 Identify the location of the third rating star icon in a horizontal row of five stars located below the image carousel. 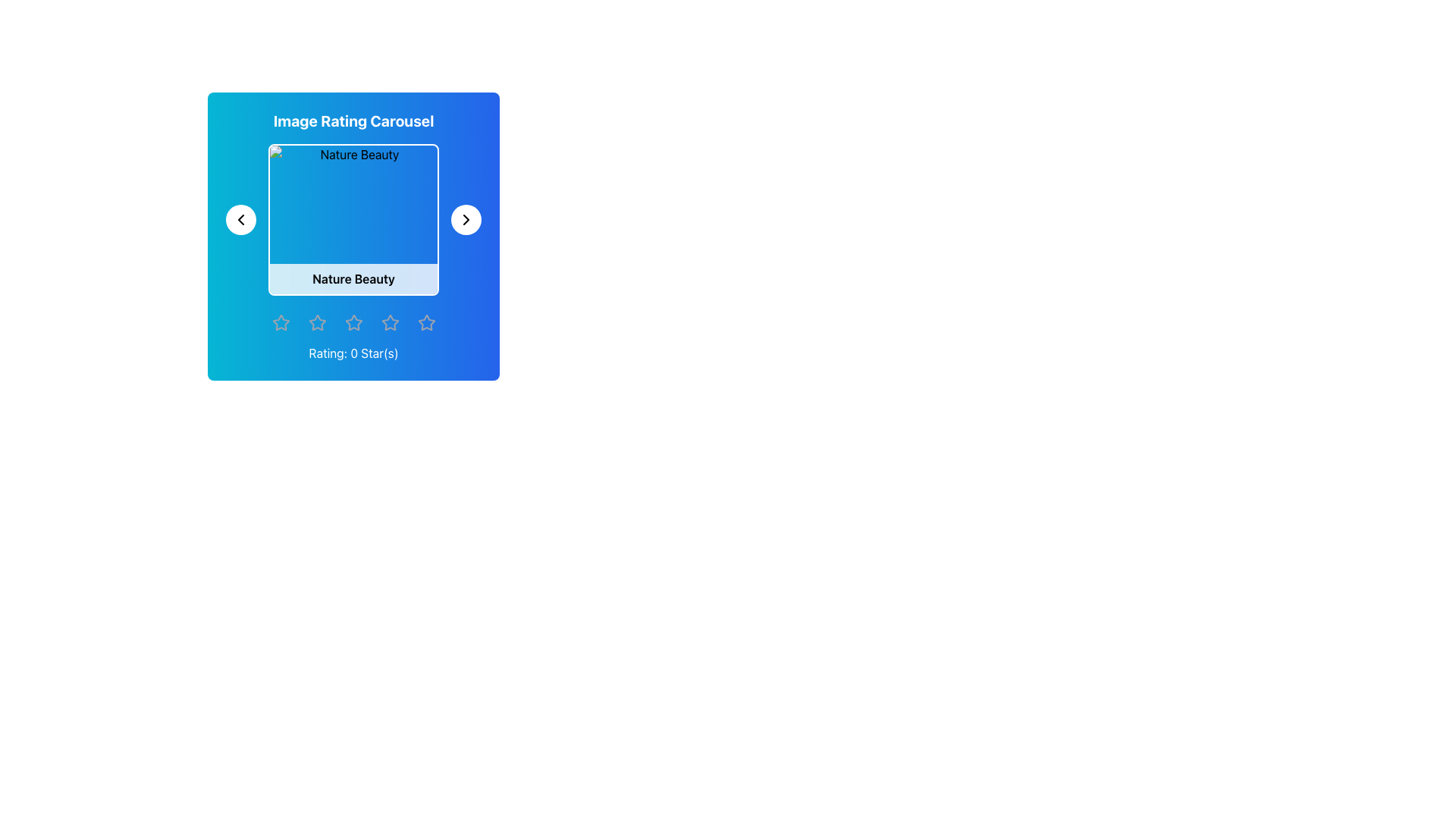
(353, 322).